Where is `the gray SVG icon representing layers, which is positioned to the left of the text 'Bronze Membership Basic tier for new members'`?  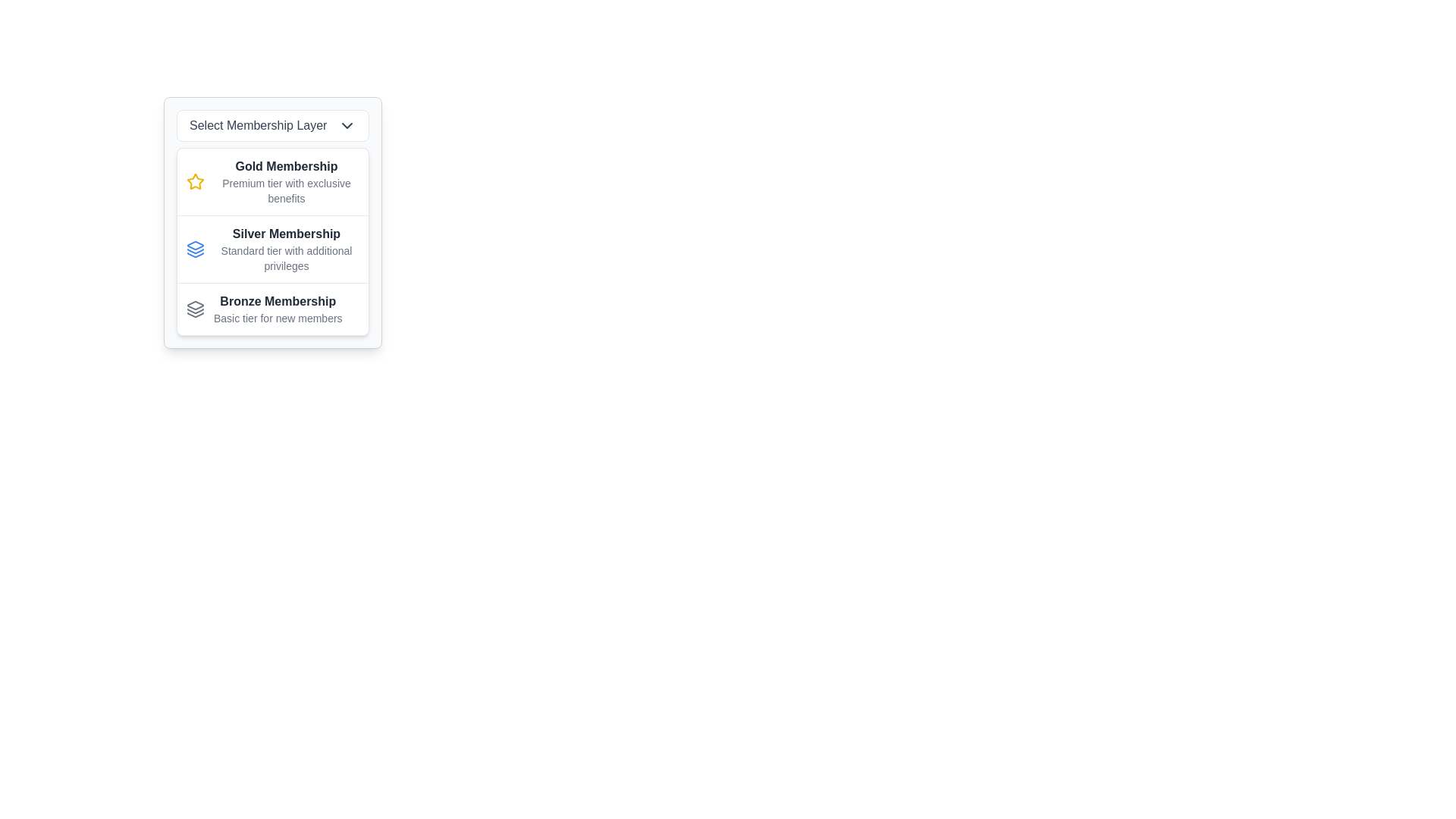
the gray SVG icon representing layers, which is positioned to the left of the text 'Bronze Membership Basic tier for new members' is located at coordinates (195, 309).